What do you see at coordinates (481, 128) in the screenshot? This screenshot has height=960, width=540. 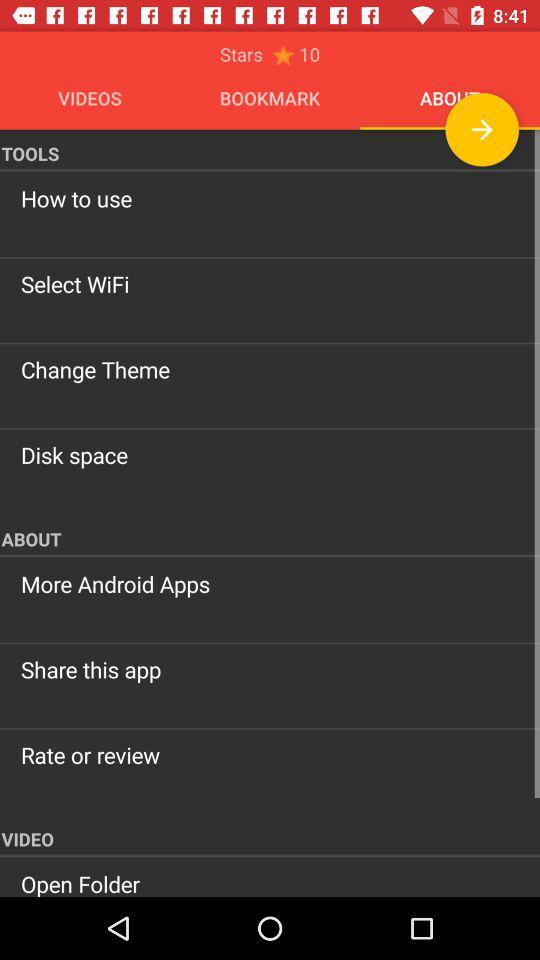 I see `next` at bounding box center [481, 128].